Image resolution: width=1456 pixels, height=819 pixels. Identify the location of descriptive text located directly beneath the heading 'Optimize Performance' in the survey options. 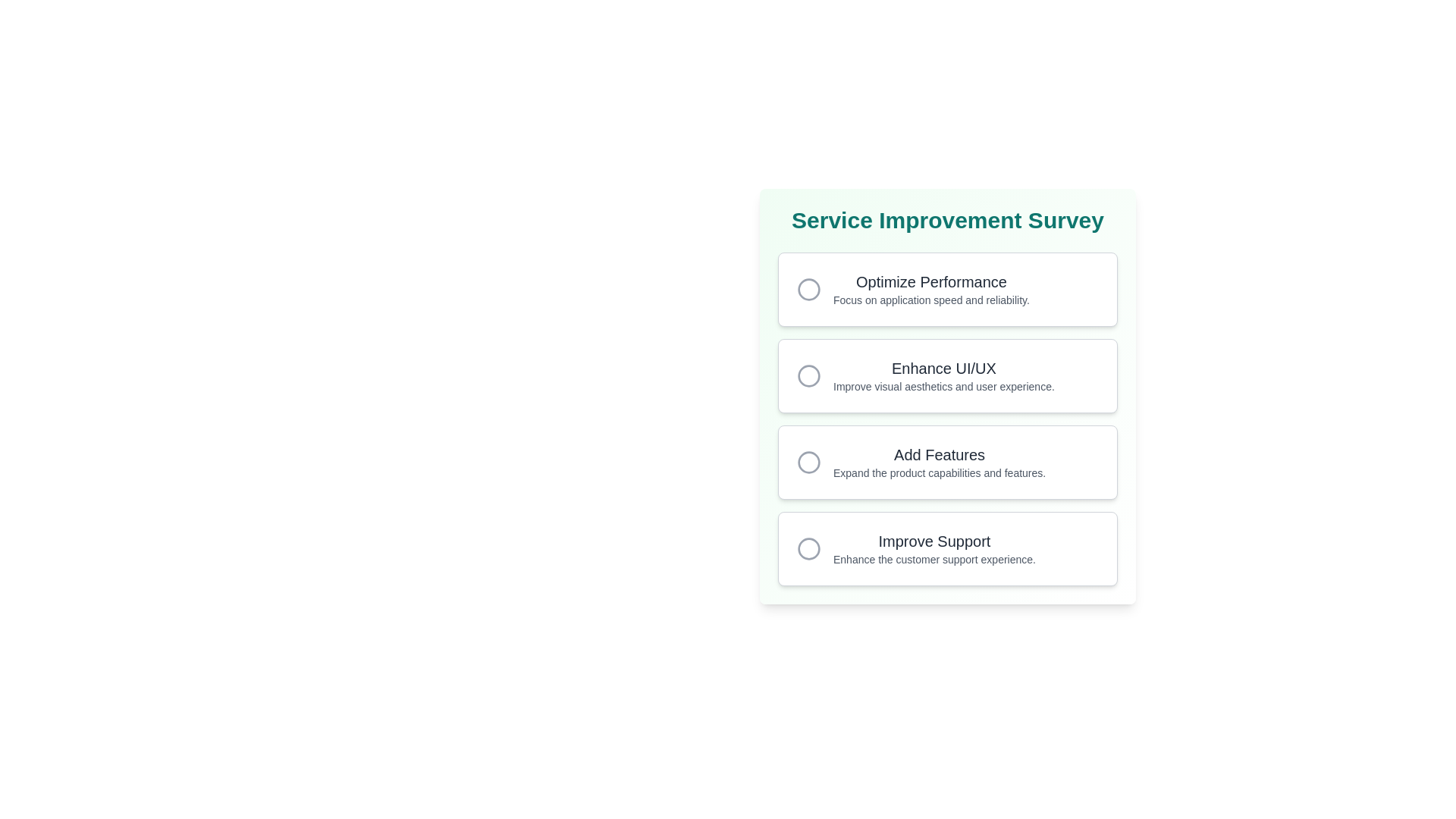
(930, 300).